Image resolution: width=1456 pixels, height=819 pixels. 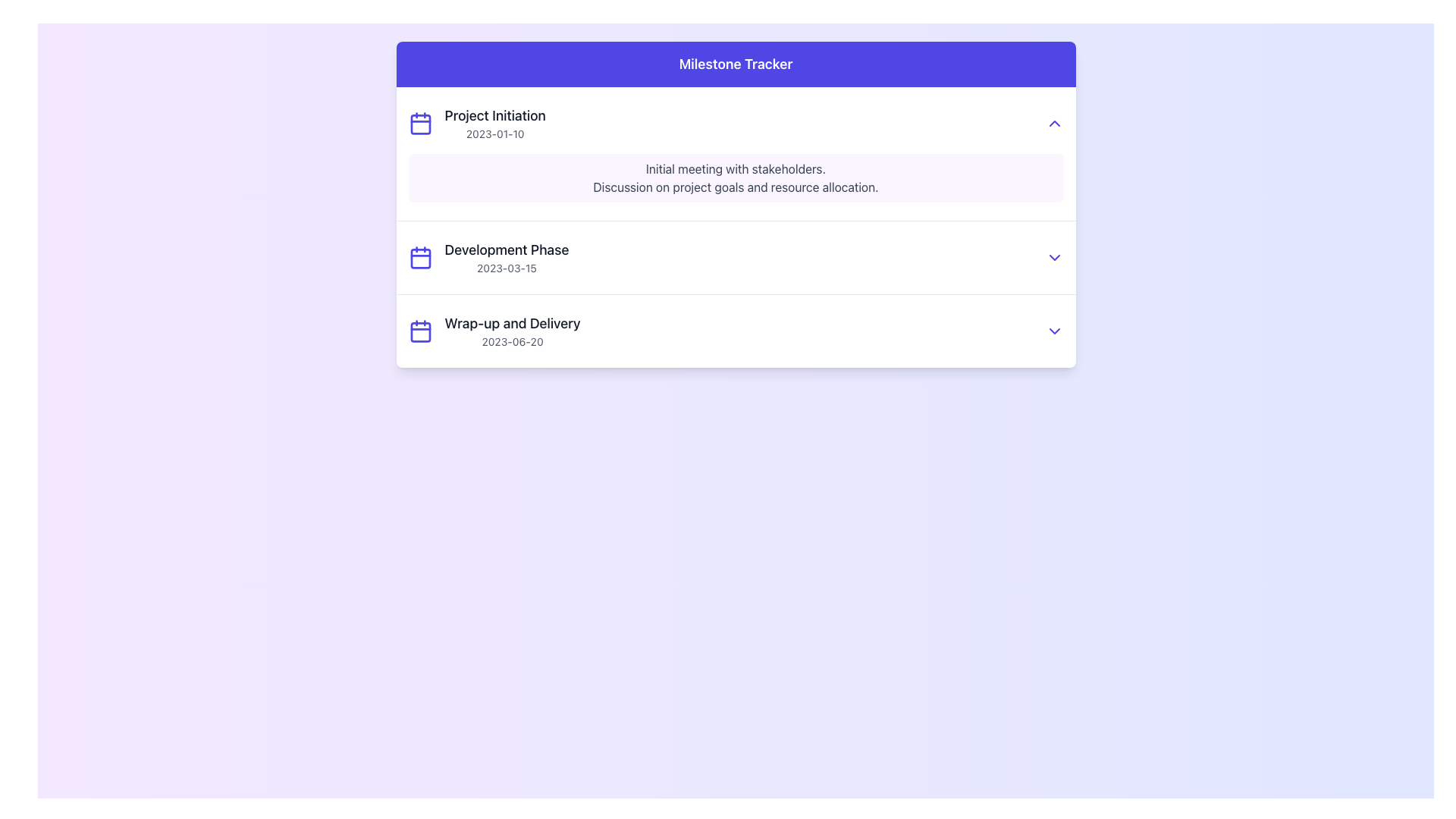 I want to click on displayed content of the third milestone entry in the vertical list of the milestone tracker component, so click(x=736, y=330).